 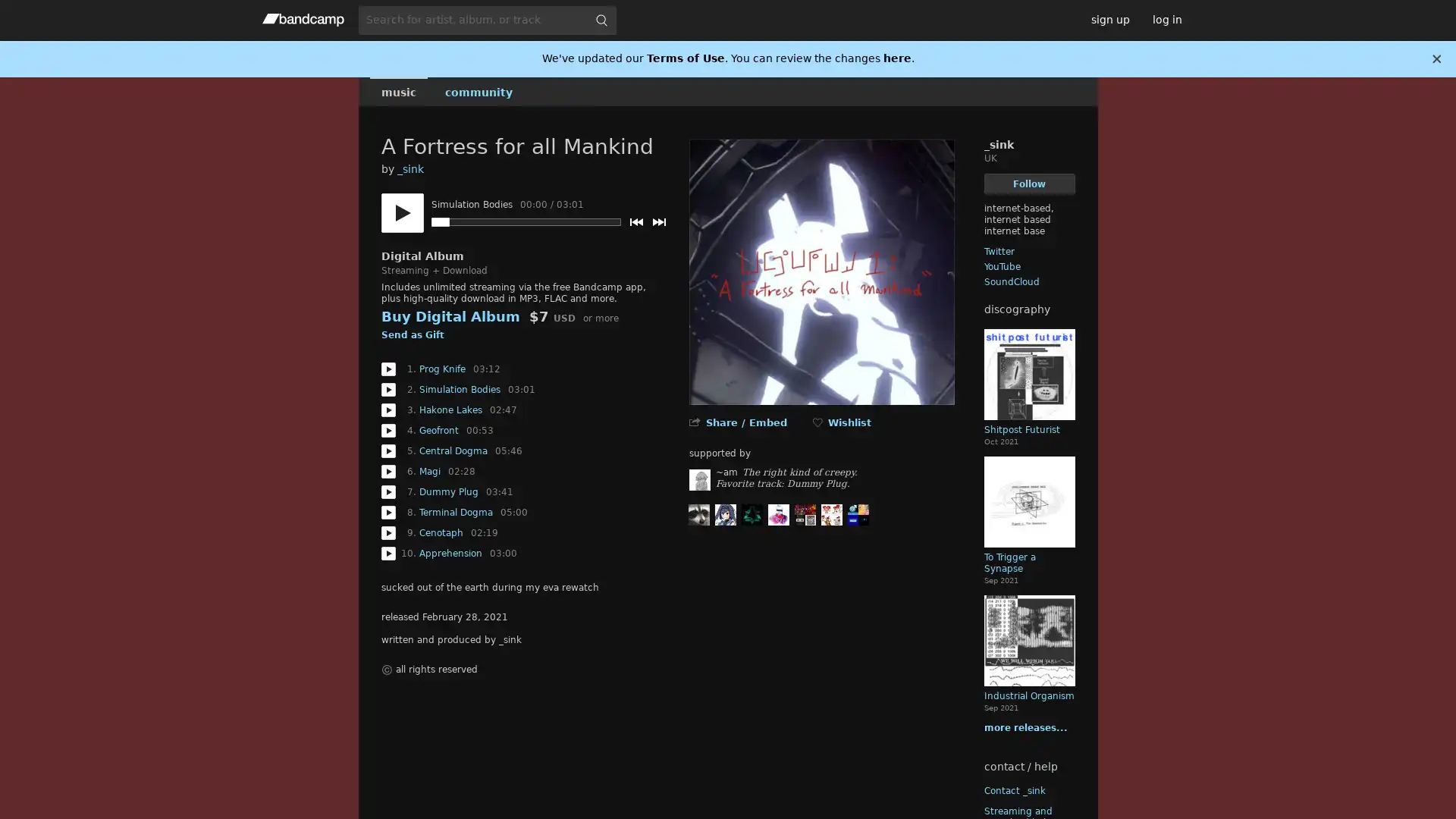 What do you see at coordinates (388, 430) in the screenshot?
I see `Play Geofront` at bounding box center [388, 430].